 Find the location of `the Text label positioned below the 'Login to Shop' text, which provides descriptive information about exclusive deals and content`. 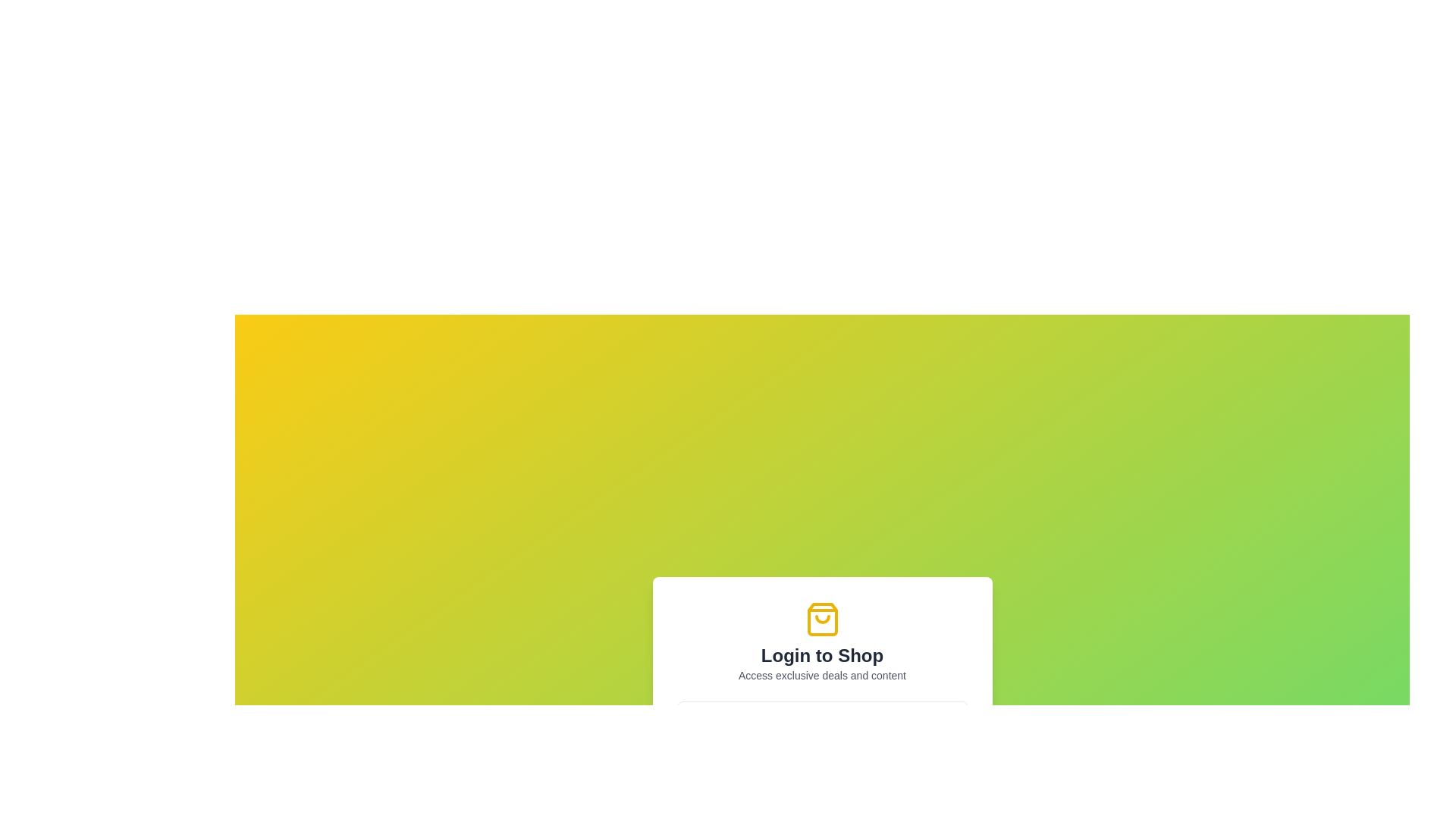

the Text label positioned below the 'Login to Shop' text, which provides descriptive information about exclusive deals and content is located at coordinates (821, 675).